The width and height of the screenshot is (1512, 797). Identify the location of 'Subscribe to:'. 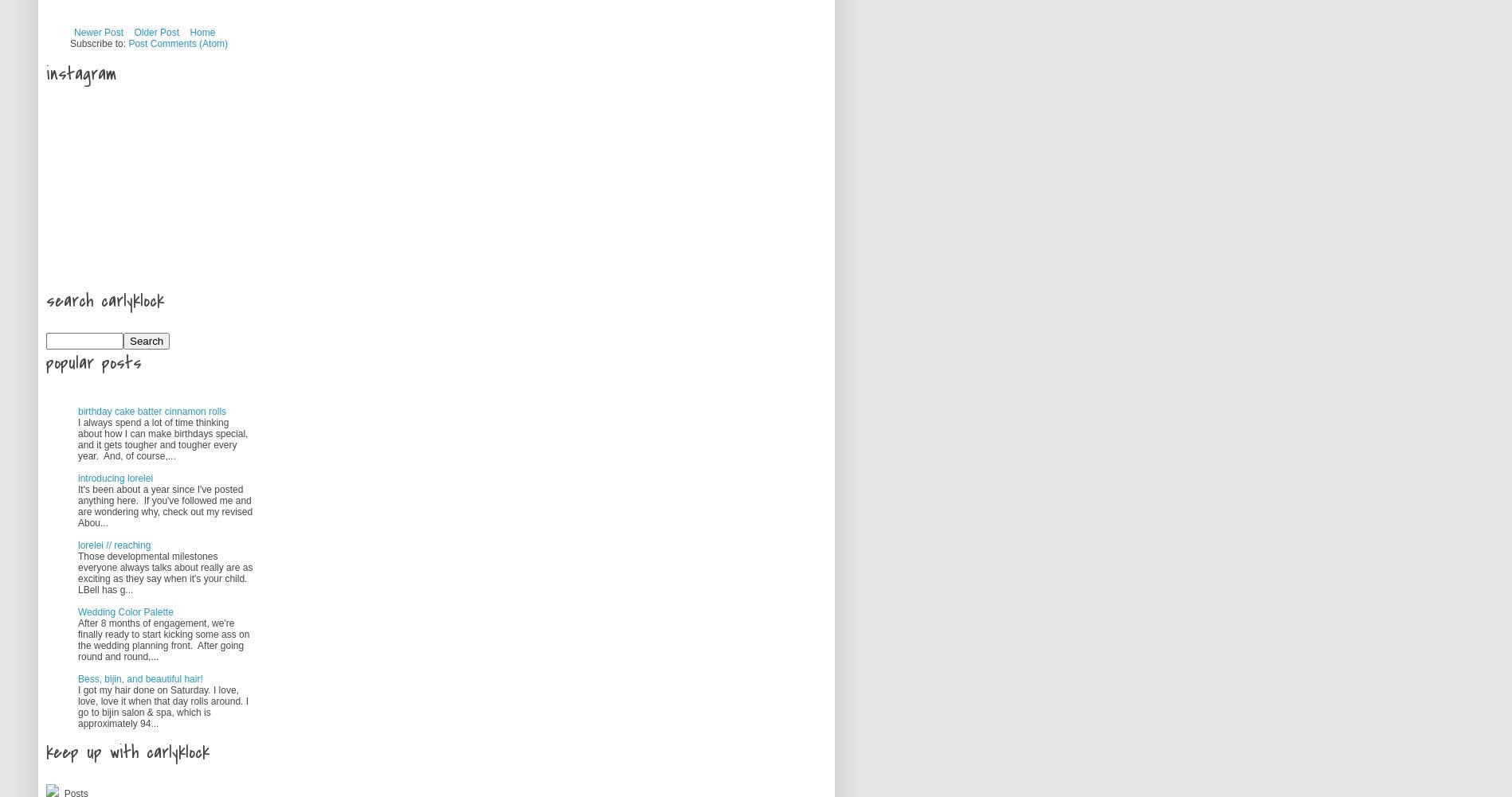
(99, 43).